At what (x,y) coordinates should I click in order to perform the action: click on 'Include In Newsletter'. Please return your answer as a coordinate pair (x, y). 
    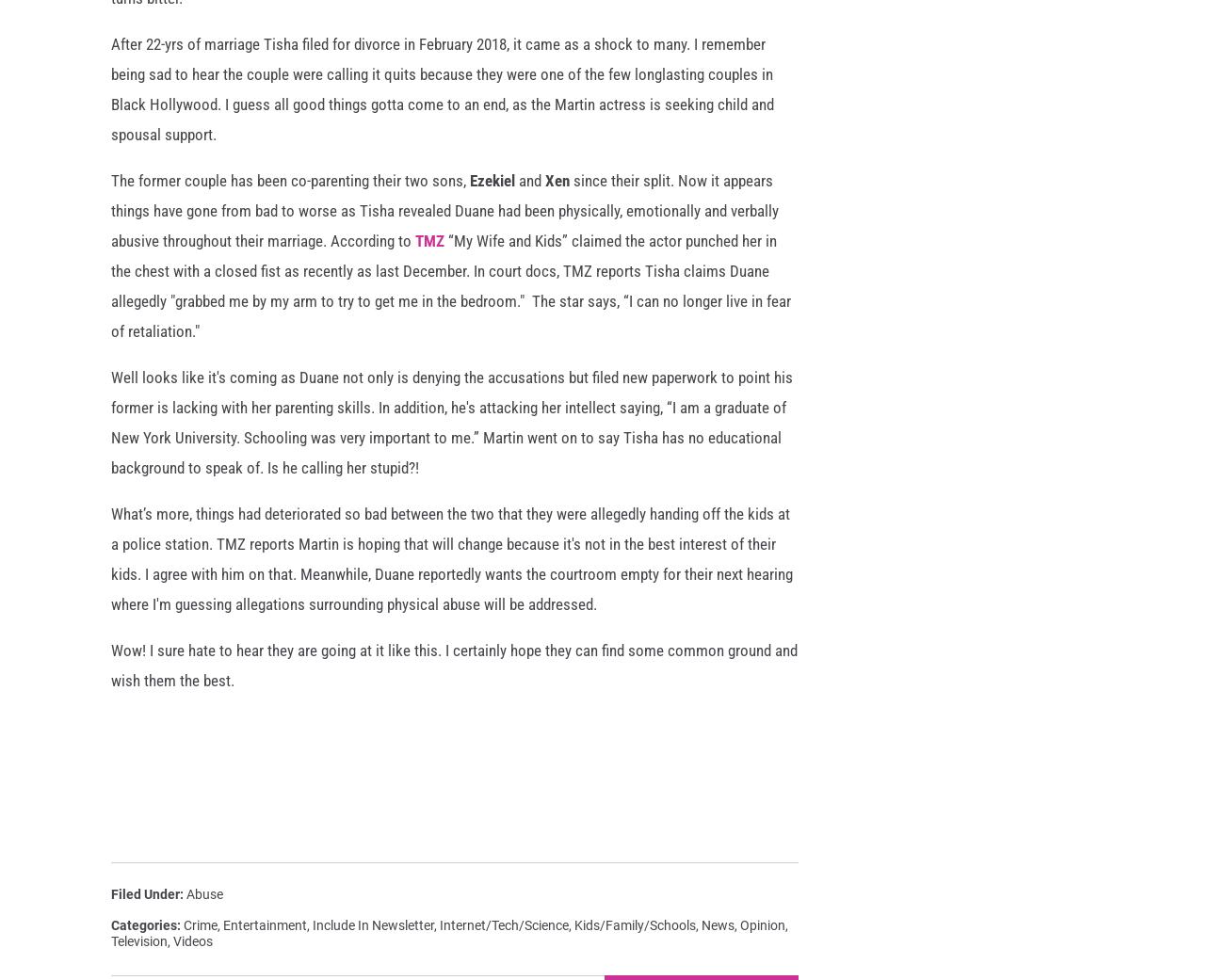
    Looking at the image, I should click on (372, 938).